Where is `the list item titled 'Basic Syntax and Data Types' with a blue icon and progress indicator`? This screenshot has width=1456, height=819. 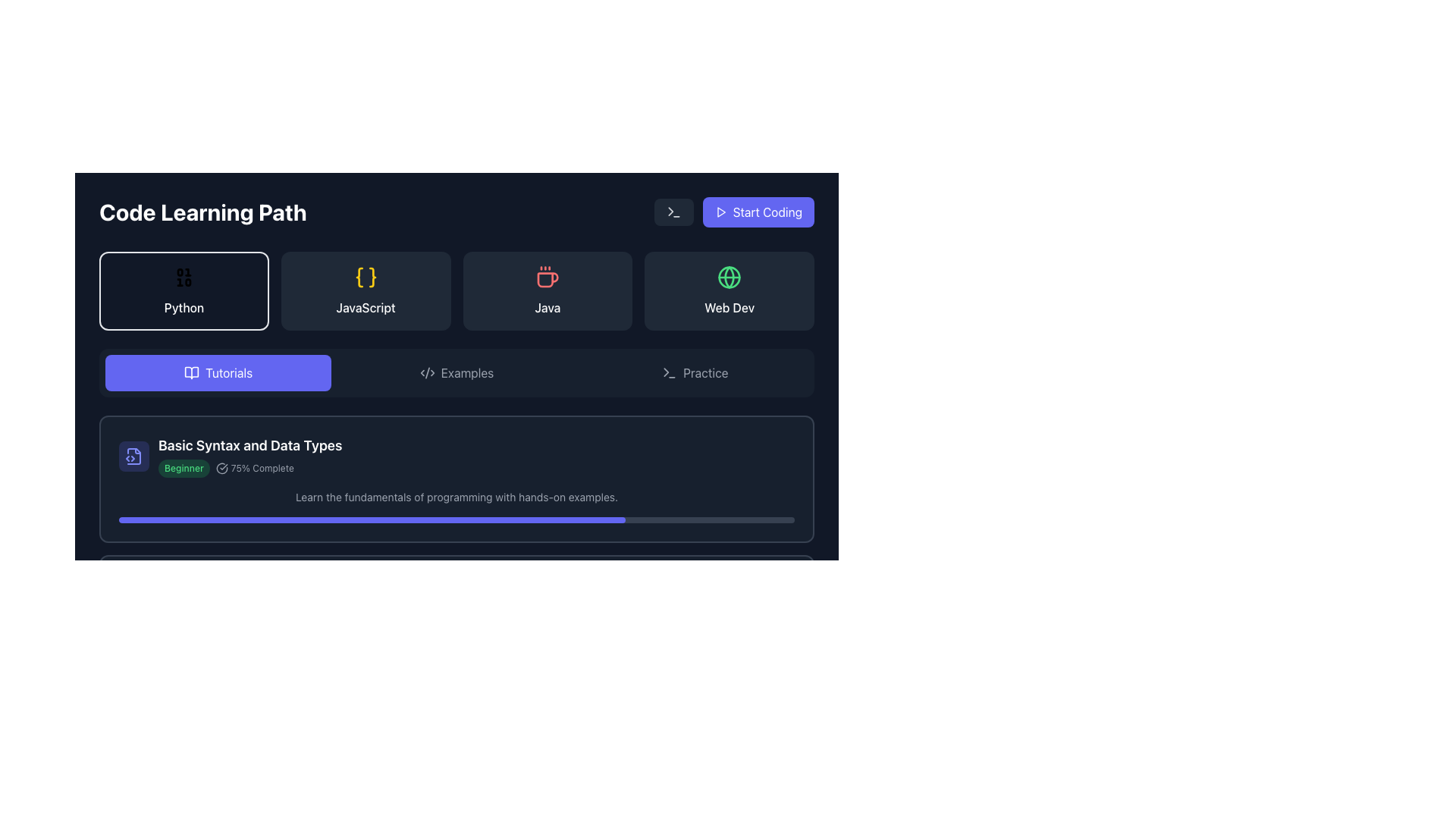
the list item titled 'Basic Syntax and Data Types' with a blue icon and progress indicator is located at coordinates (229, 455).